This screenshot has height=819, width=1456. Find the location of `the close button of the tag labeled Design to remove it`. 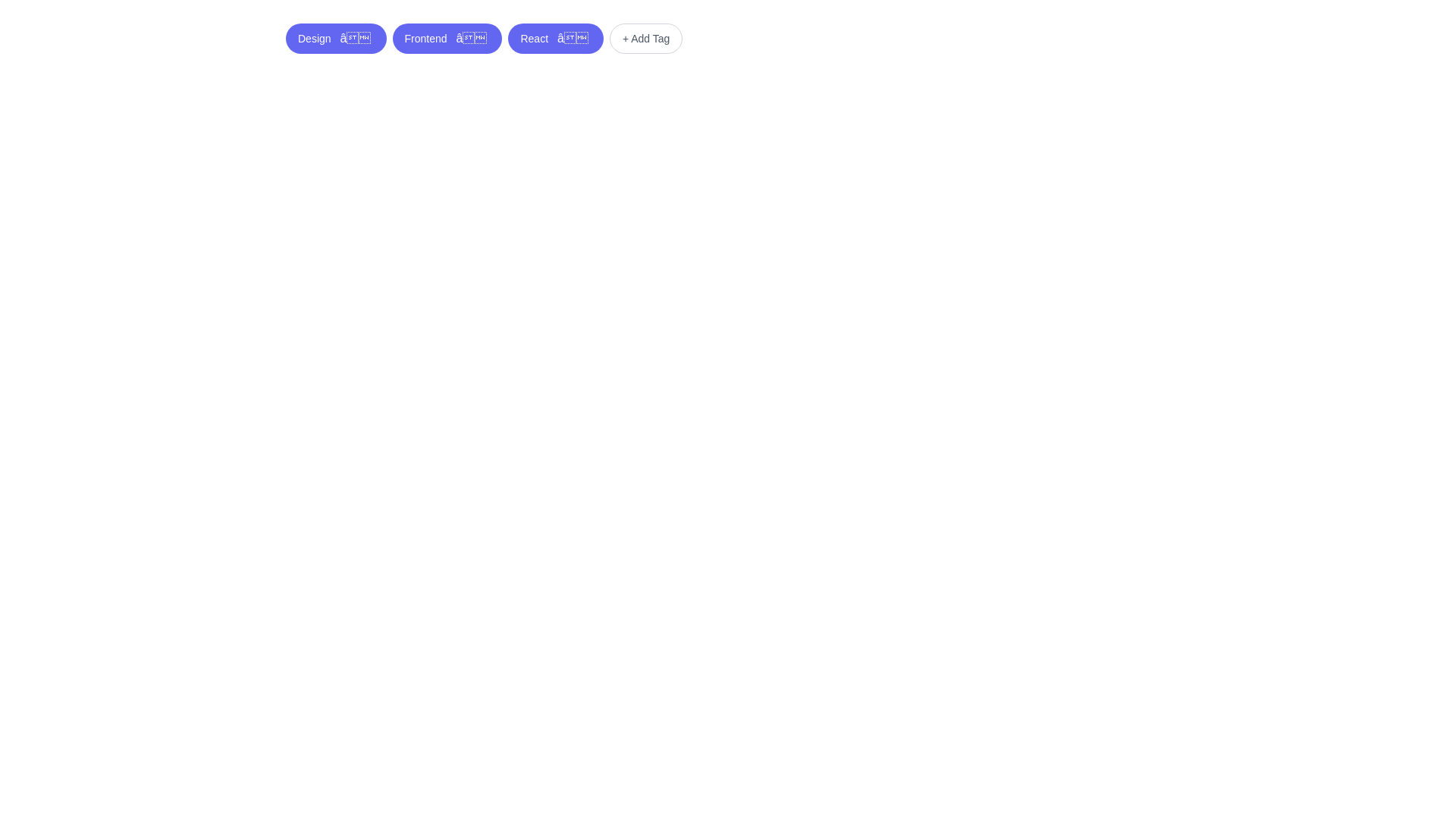

the close button of the tag labeled Design to remove it is located at coordinates (355, 37).